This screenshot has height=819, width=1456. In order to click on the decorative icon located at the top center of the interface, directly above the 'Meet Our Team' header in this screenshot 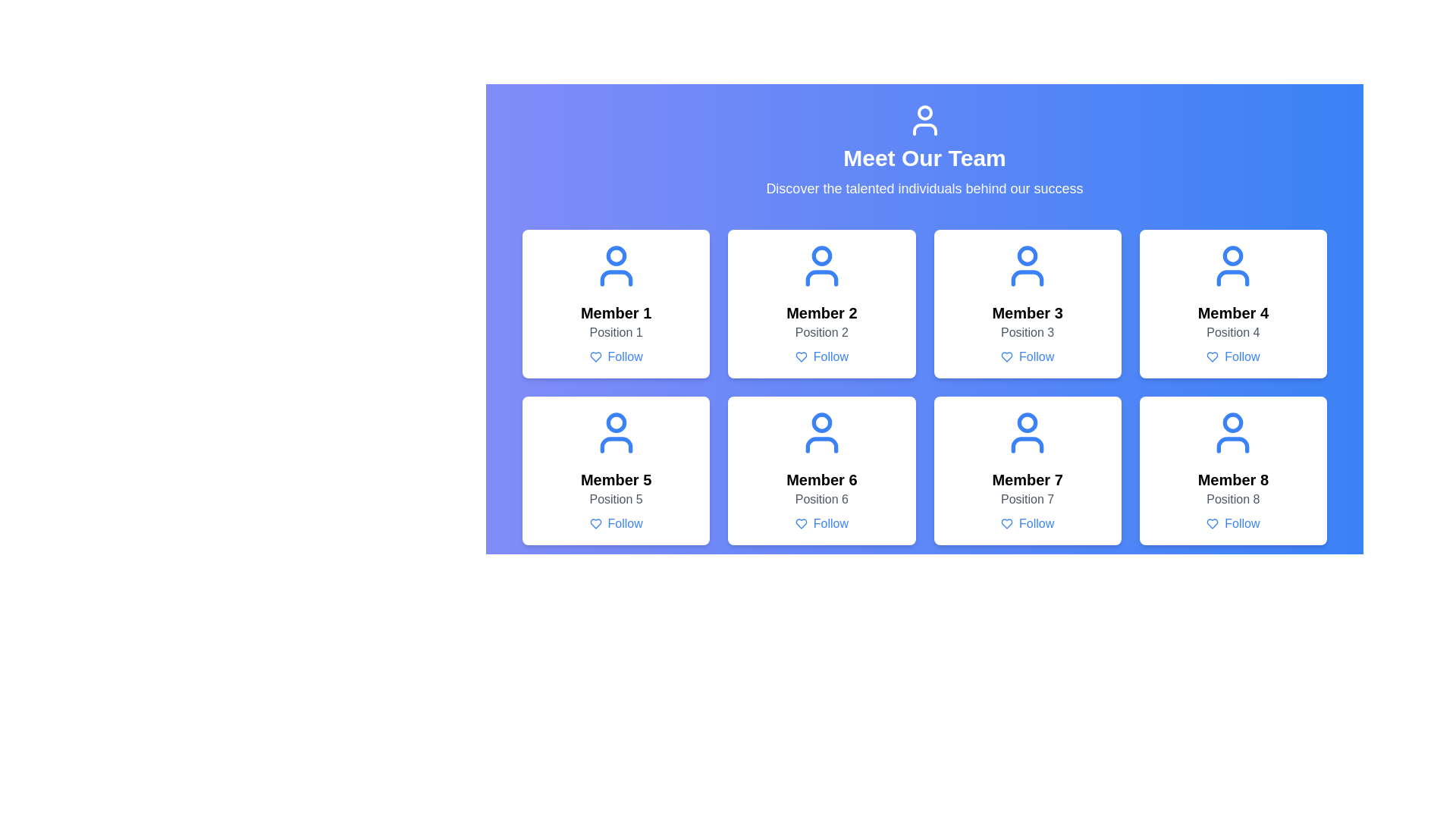, I will do `click(924, 119)`.